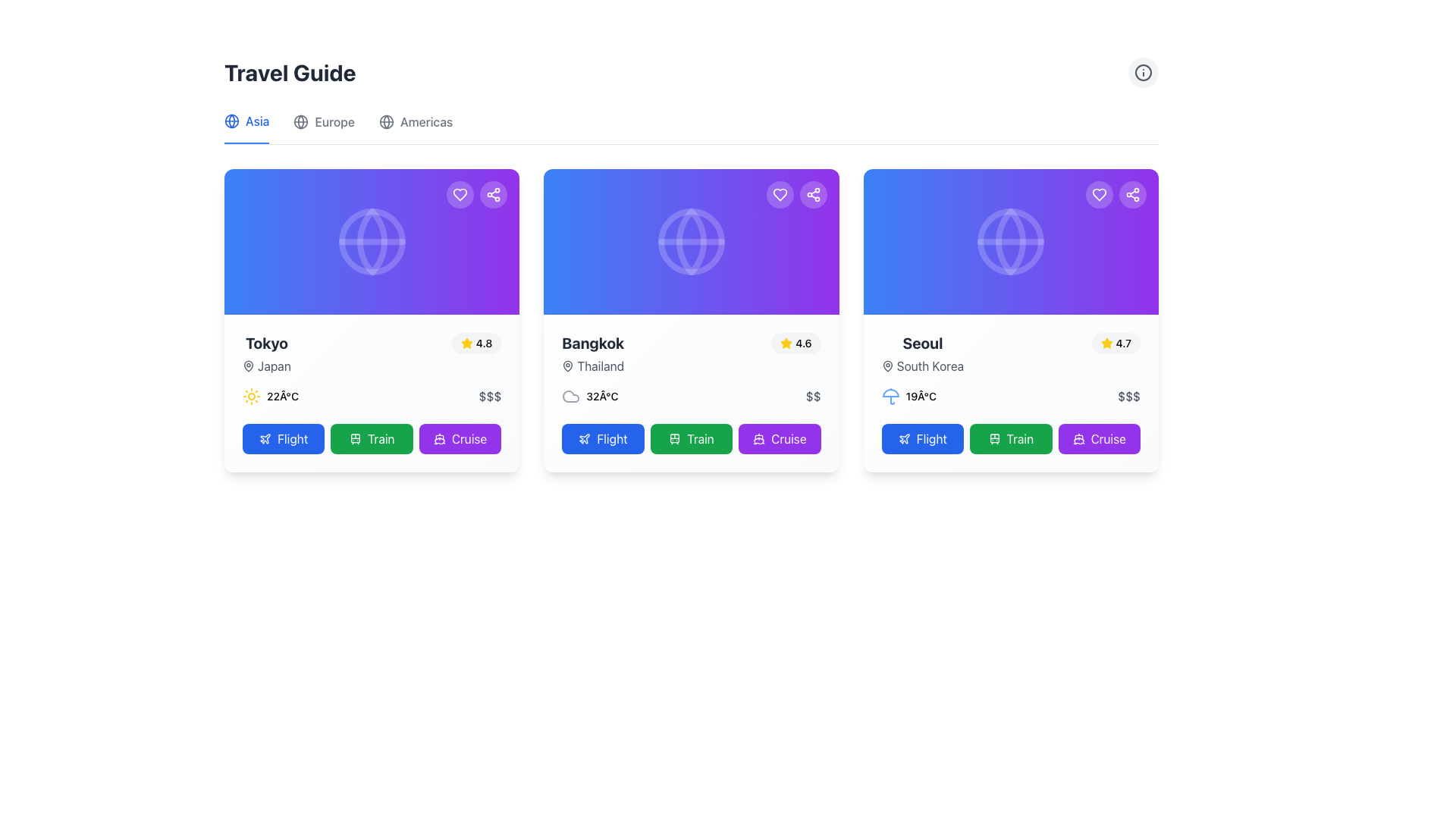 The image size is (1456, 819). Describe the element at coordinates (780, 438) in the screenshot. I see `the purple button with a ship icon and the text 'Cruise'` at that location.